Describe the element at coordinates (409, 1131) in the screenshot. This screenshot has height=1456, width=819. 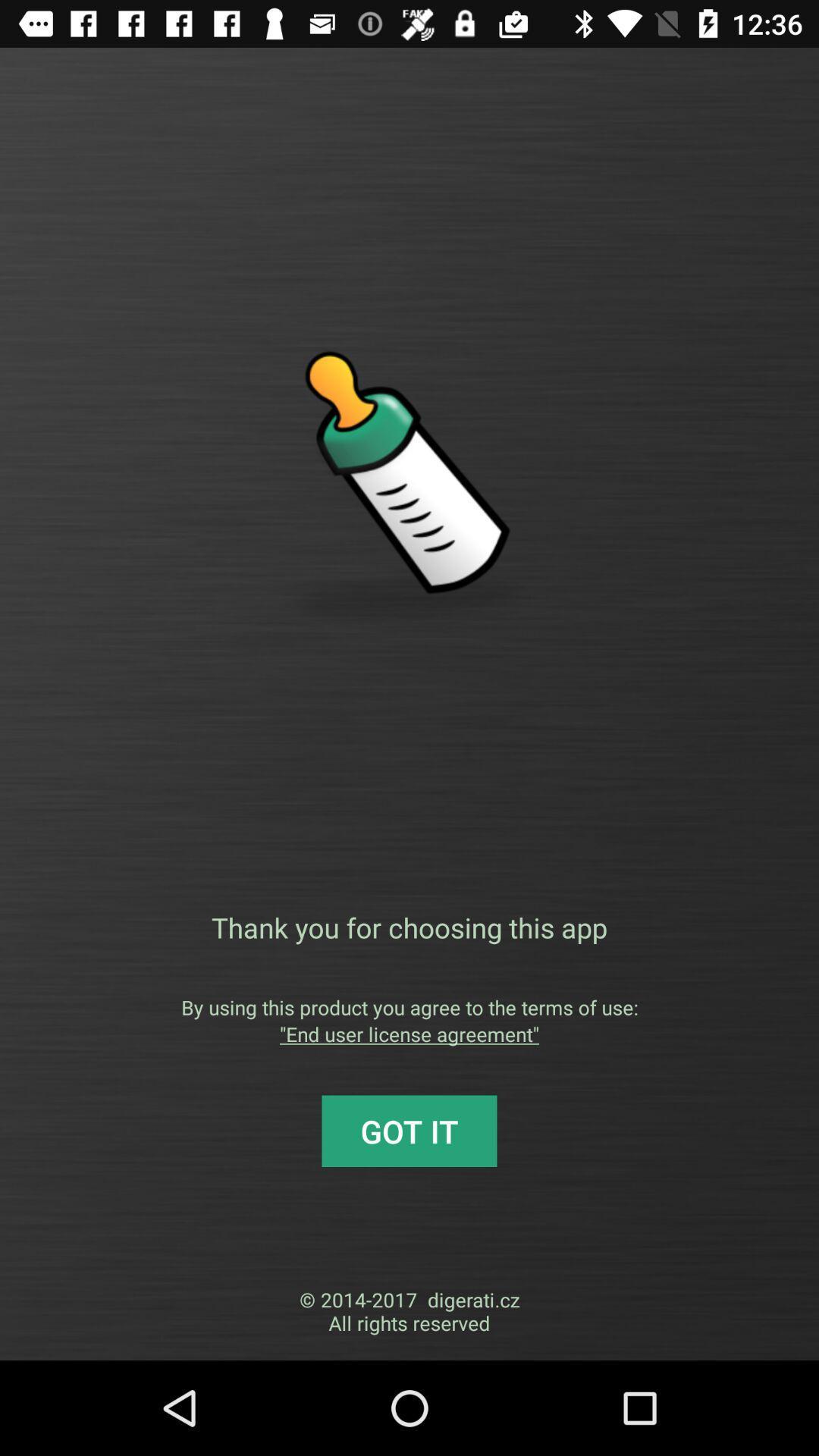
I see `icon above 2014 2017 digerati item` at that location.